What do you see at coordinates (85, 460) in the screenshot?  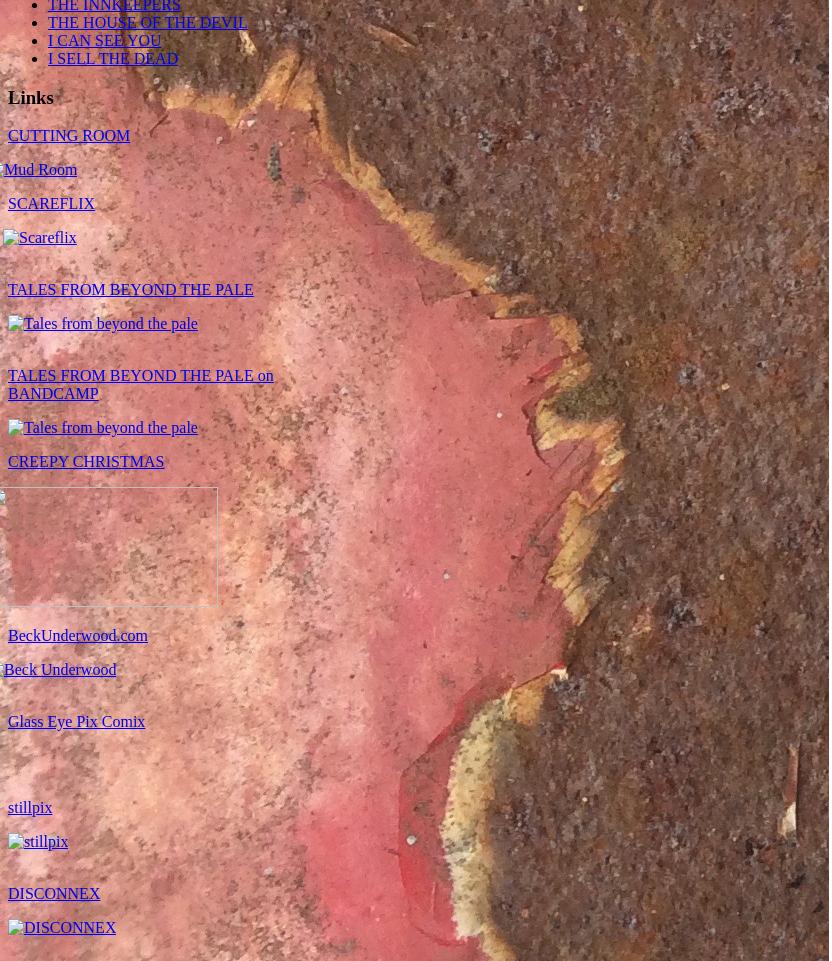 I see `'CREEPY CHRISTMAS'` at bounding box center [85, 460].